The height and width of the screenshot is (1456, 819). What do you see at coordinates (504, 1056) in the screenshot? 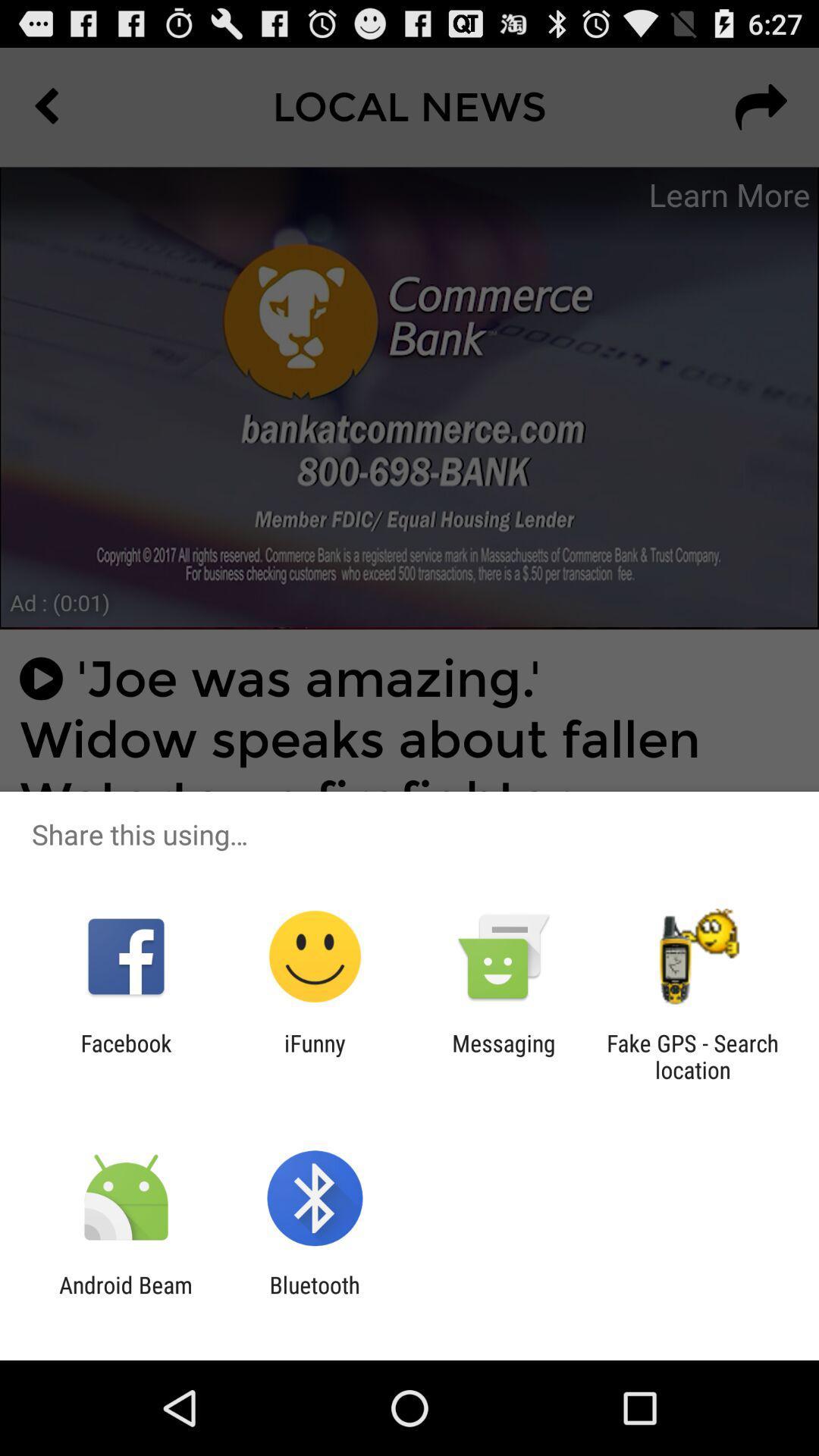
I see `the icon to the left of fake gps search item` at bounding box center [504, 1056].